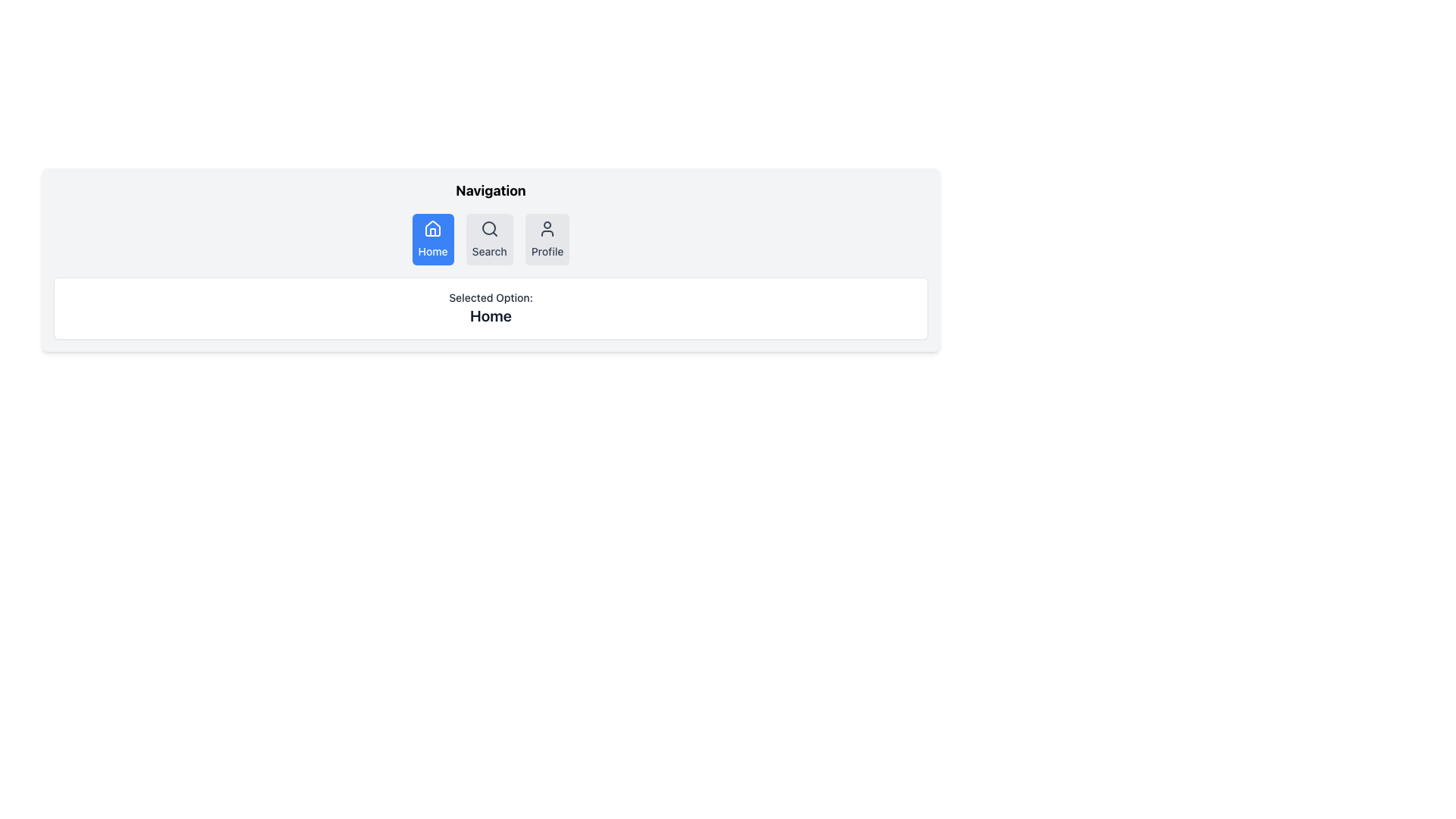  I want to click on the search icon located at the top center of the interface, which is part of the 'Search' button, to initiate a search action, so click(489, 228).